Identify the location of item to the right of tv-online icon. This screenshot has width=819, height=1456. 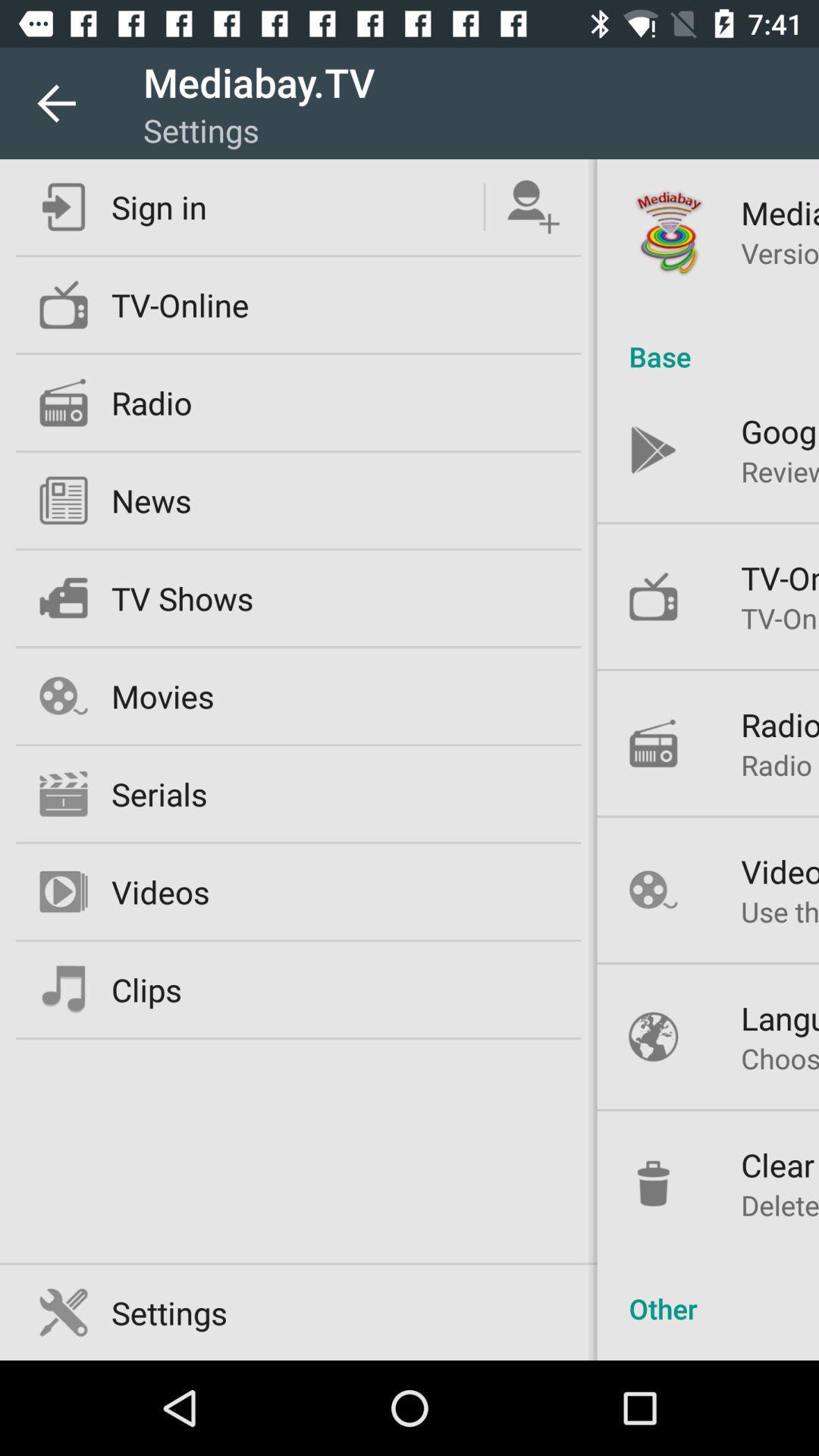
(708, 340).